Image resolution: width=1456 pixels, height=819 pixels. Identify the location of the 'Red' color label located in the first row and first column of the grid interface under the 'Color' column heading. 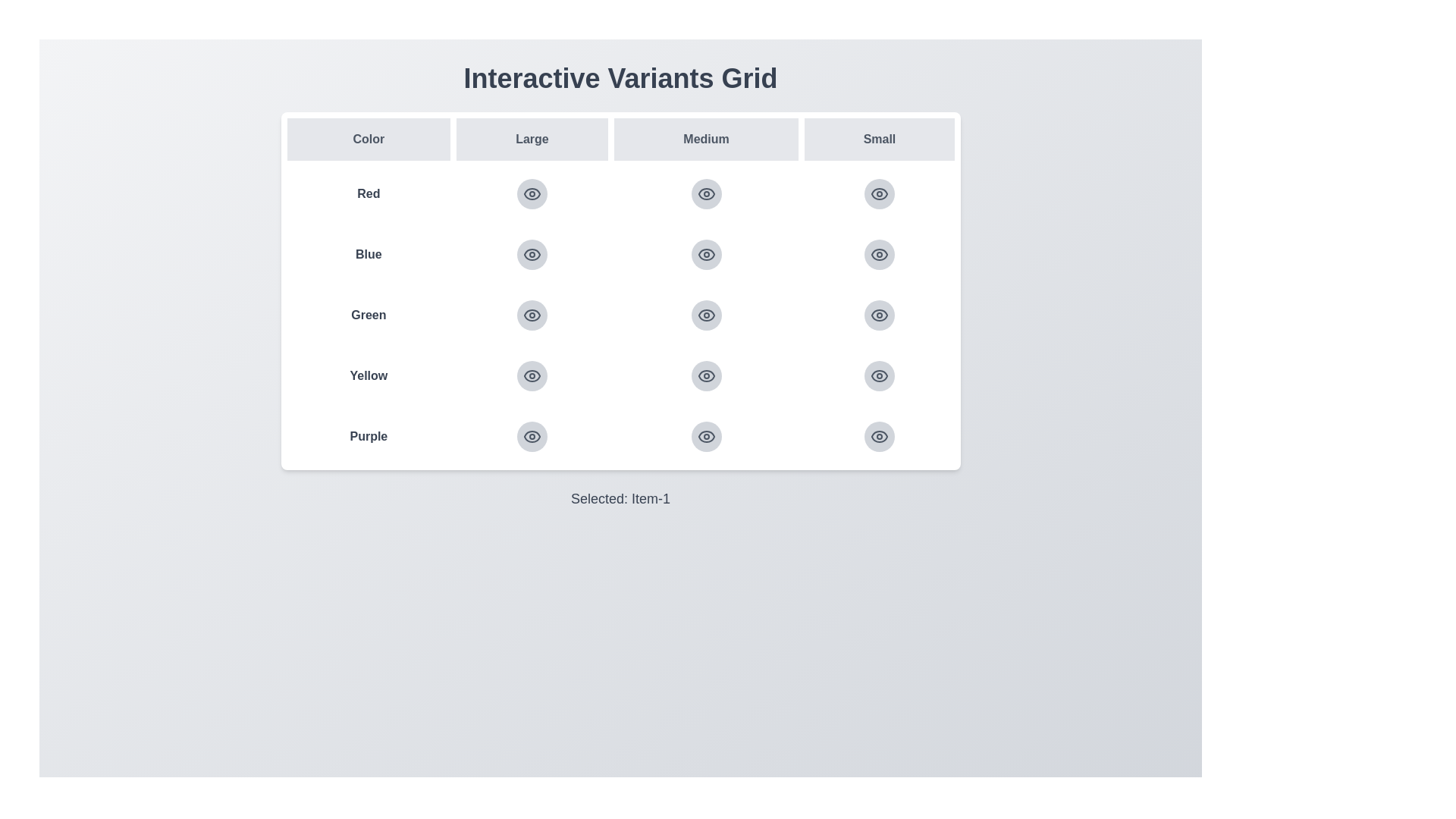
(369, 193).